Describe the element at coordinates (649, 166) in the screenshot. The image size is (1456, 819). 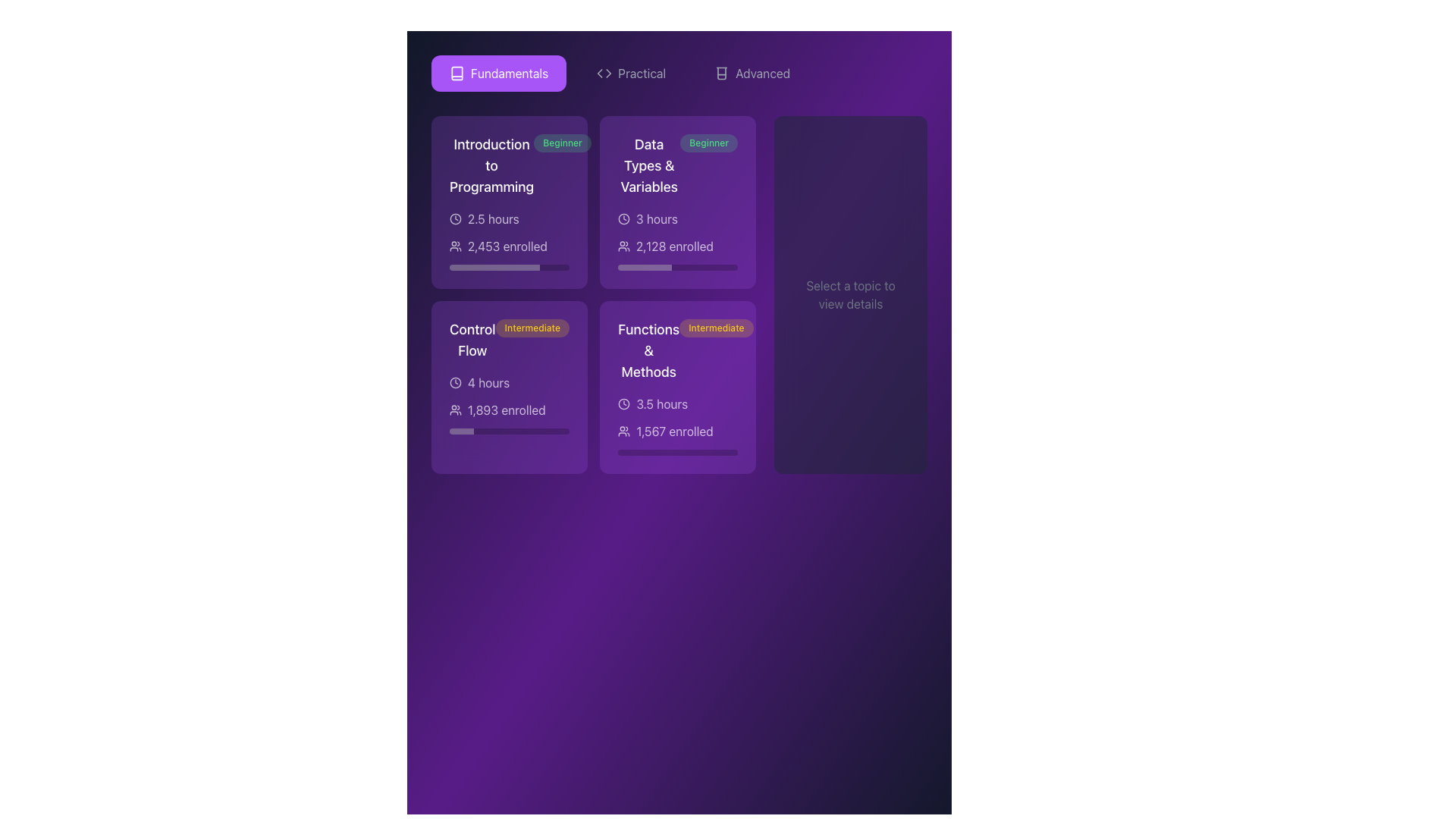
I see `the Text element titled 'Data Types & Variables' located in the second card of the top row in the grid structure` at that location.